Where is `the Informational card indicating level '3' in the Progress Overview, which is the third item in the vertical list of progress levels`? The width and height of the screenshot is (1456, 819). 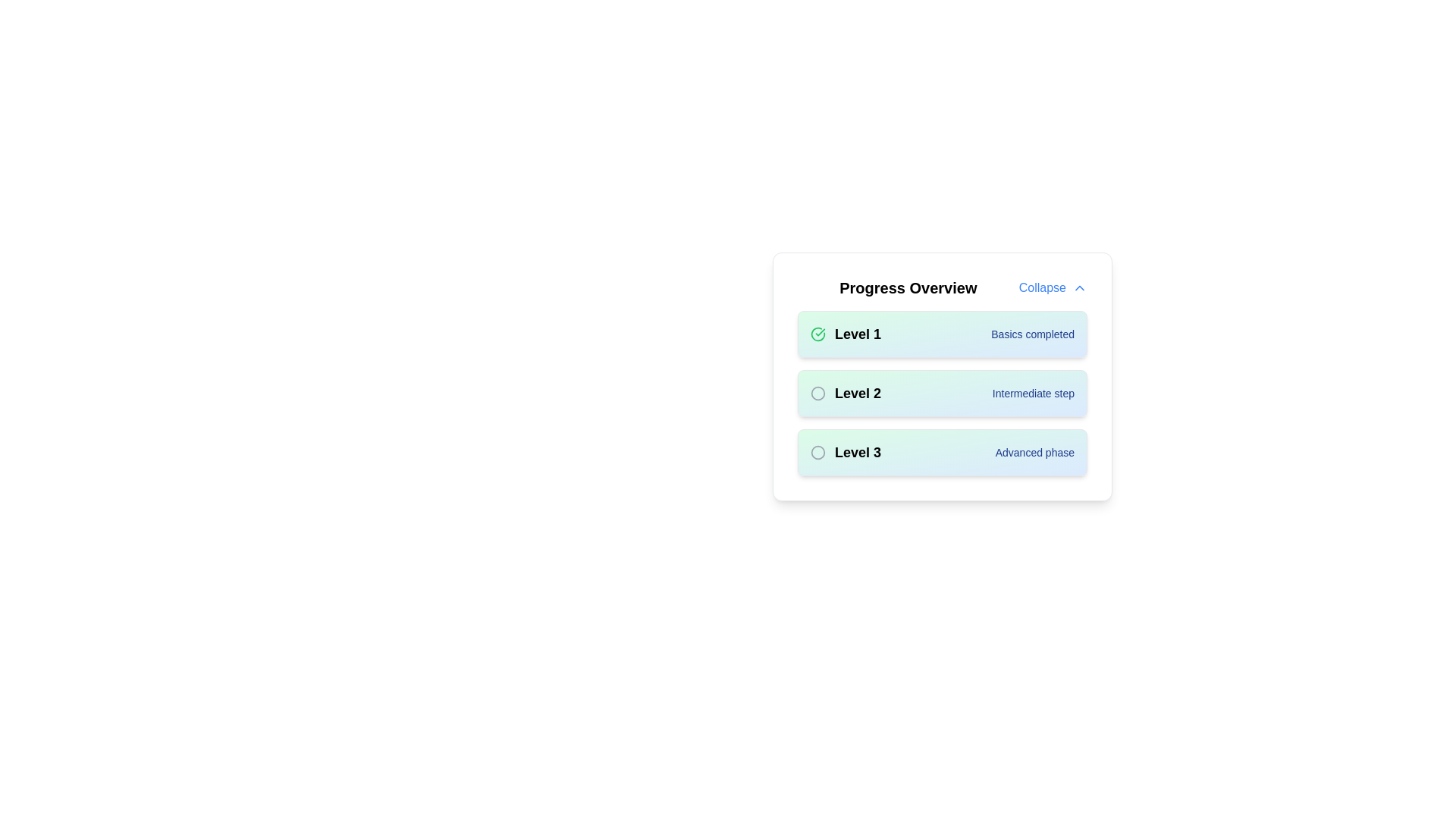
the Informational card indicating level '3' in the Progress Overview, which is the third item in the vertical list of progress levels is located at coordinates (942, 452).